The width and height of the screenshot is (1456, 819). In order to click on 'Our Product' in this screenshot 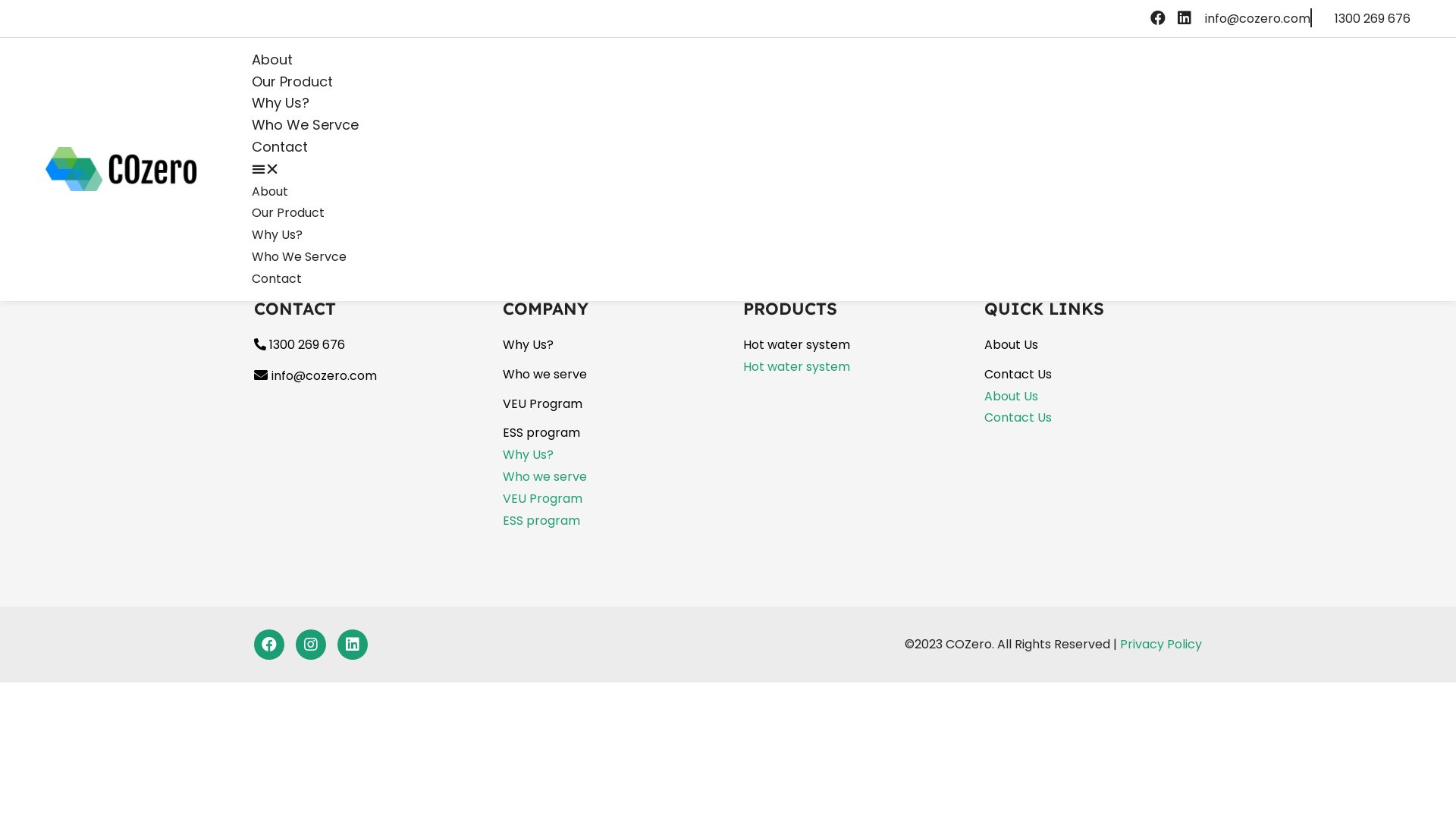, I will do `click(292, 81)`.